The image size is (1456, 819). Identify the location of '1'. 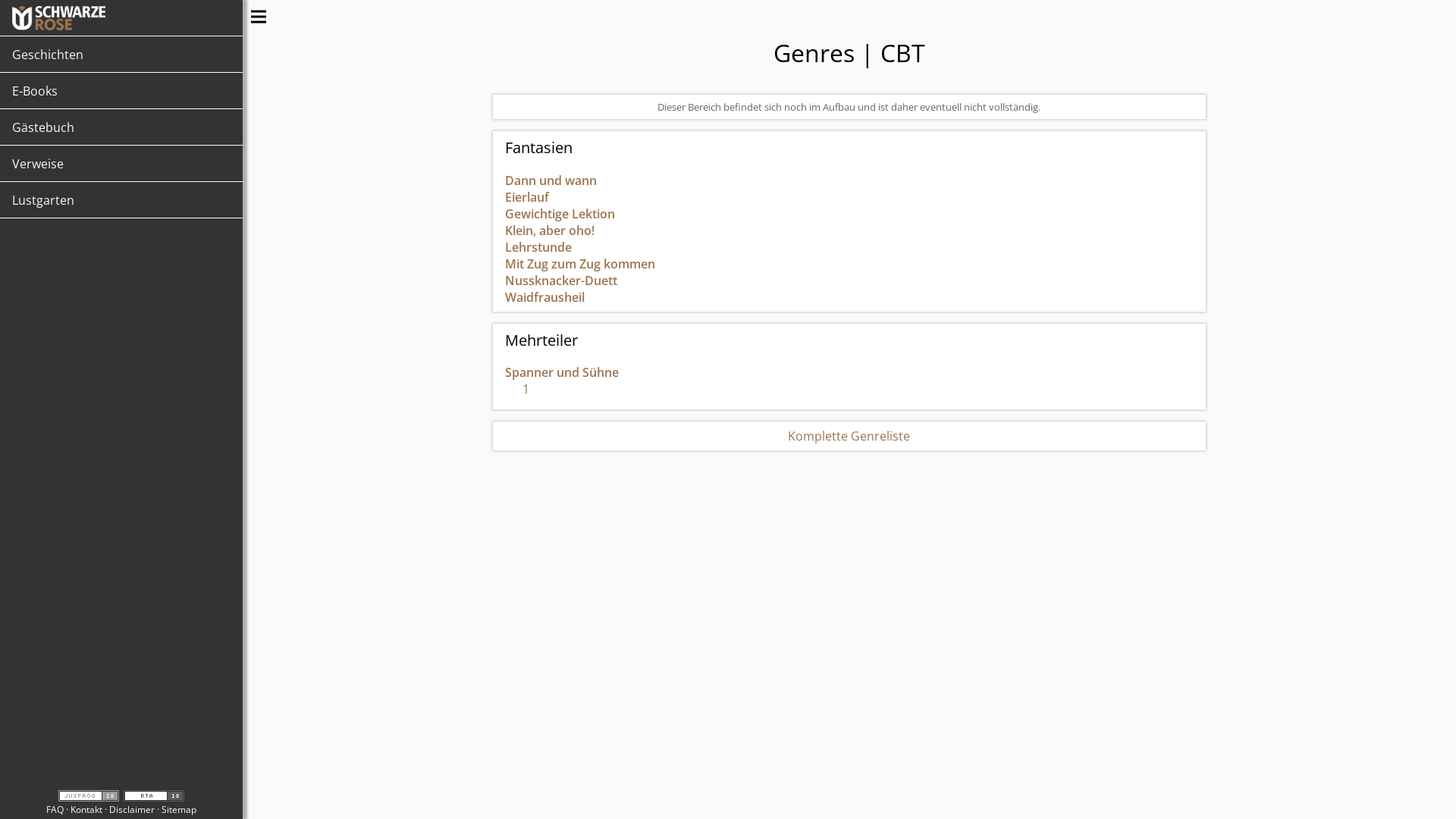
(516, 391).